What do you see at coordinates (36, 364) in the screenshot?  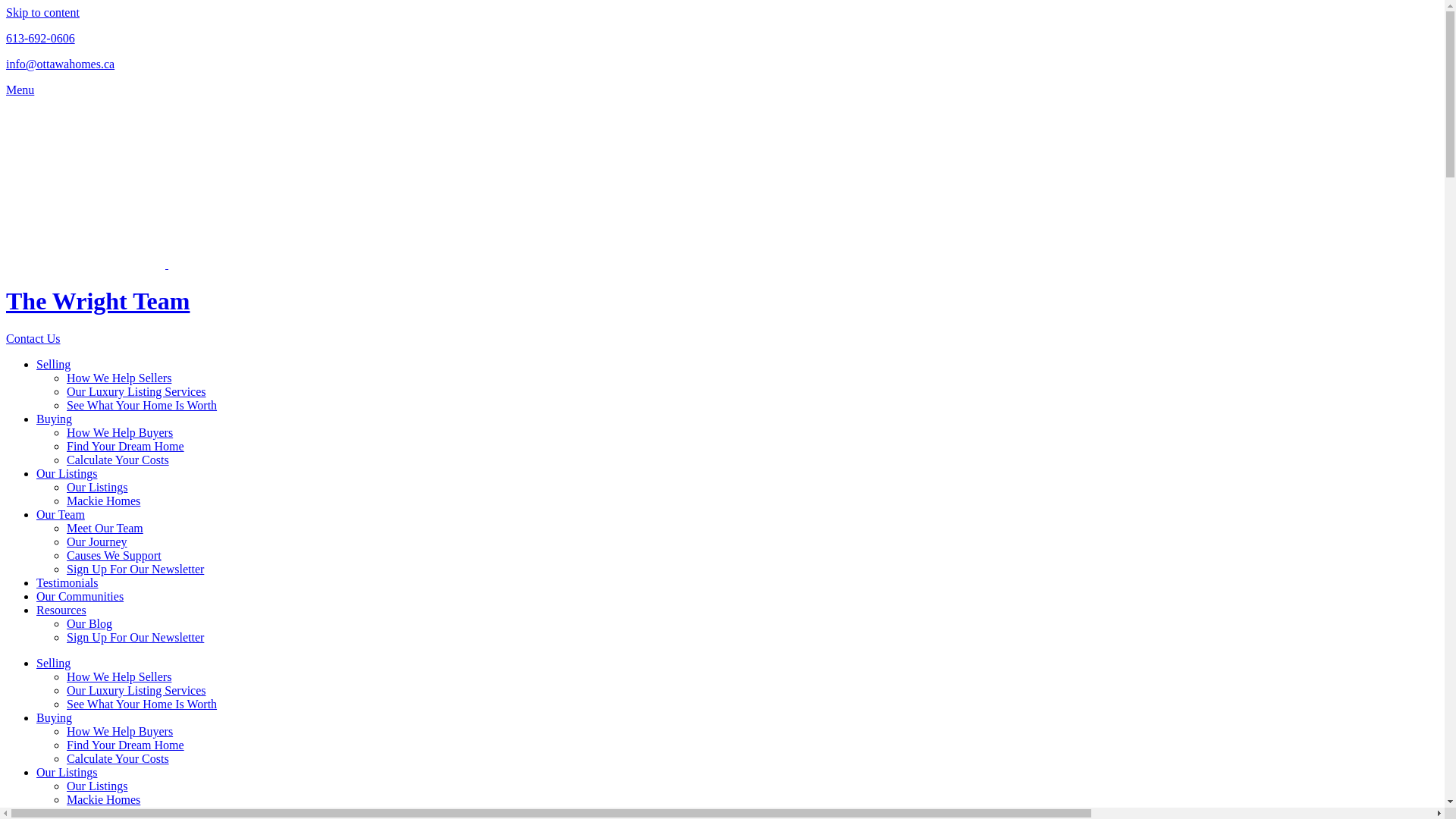 I see `'Selling'` at bounding box center [36, 364].